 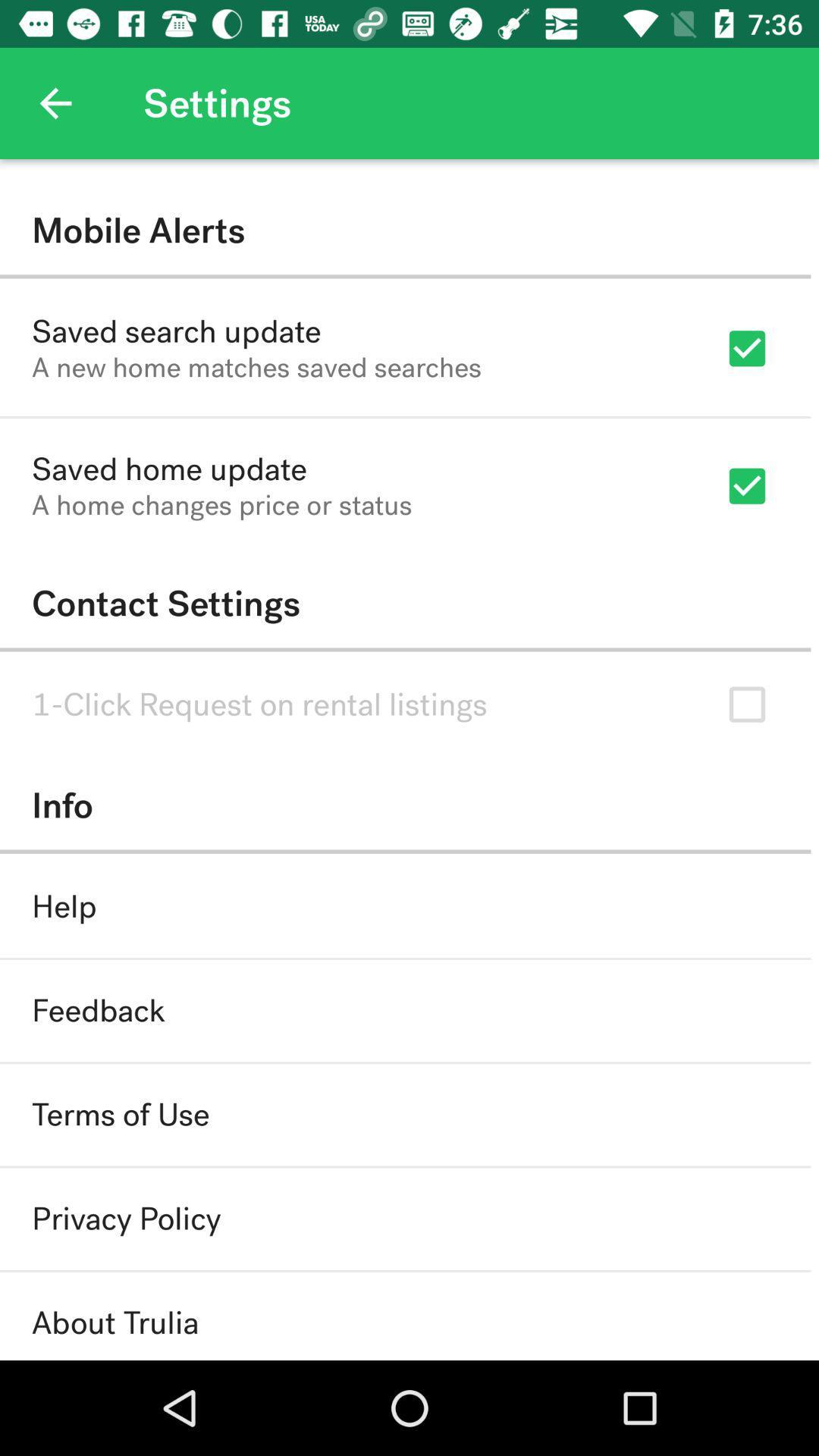 What do you see at coordinates (404, 603) in the screenshot?
I see `the contact settings` at bounding box center [404, 603].